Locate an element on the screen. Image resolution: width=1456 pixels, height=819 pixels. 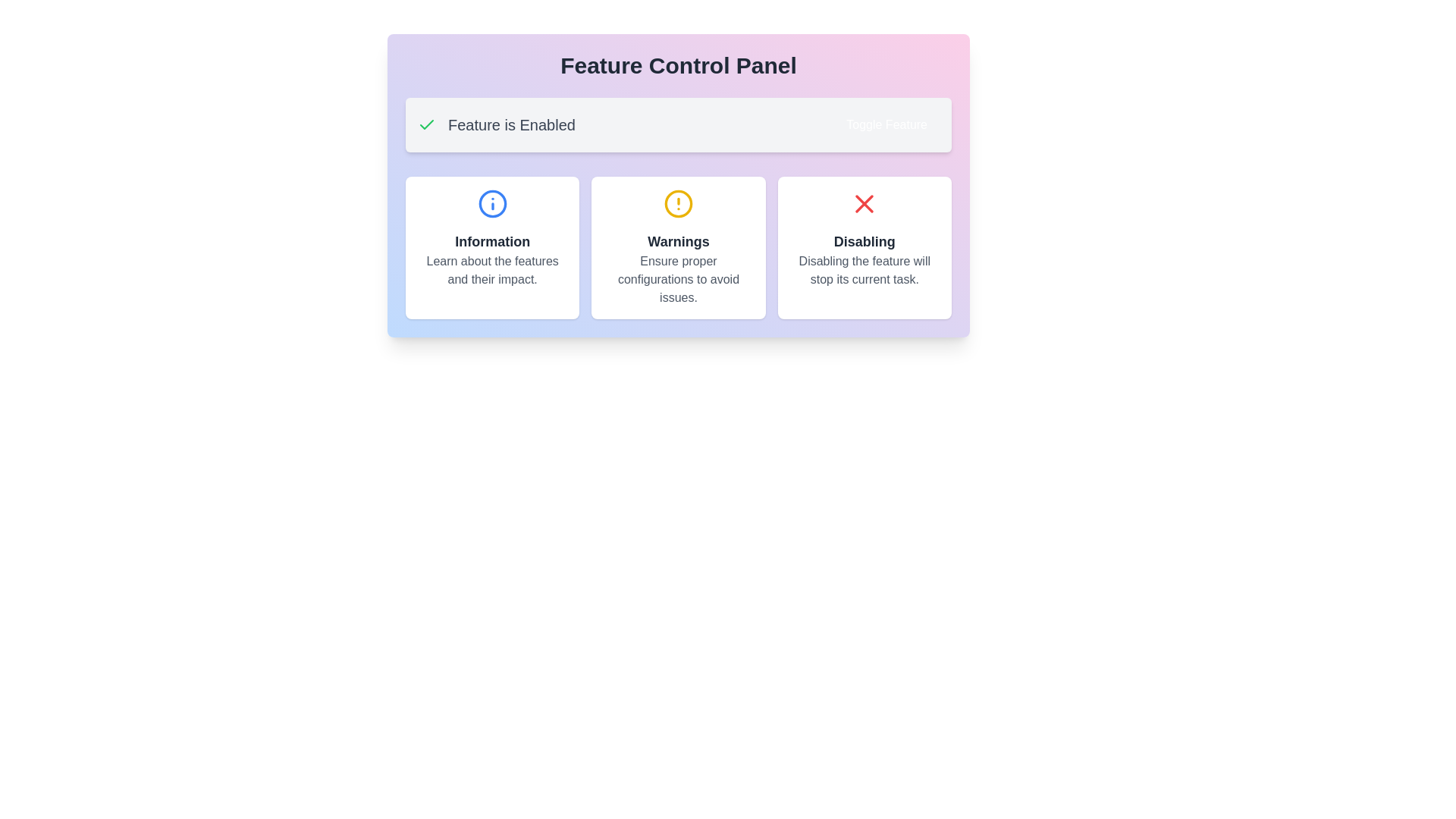
the circular blue 'info' icon featuring a bold 'i' symbol, located at the top of the 'Information' card is located at coordinates (492, 203).